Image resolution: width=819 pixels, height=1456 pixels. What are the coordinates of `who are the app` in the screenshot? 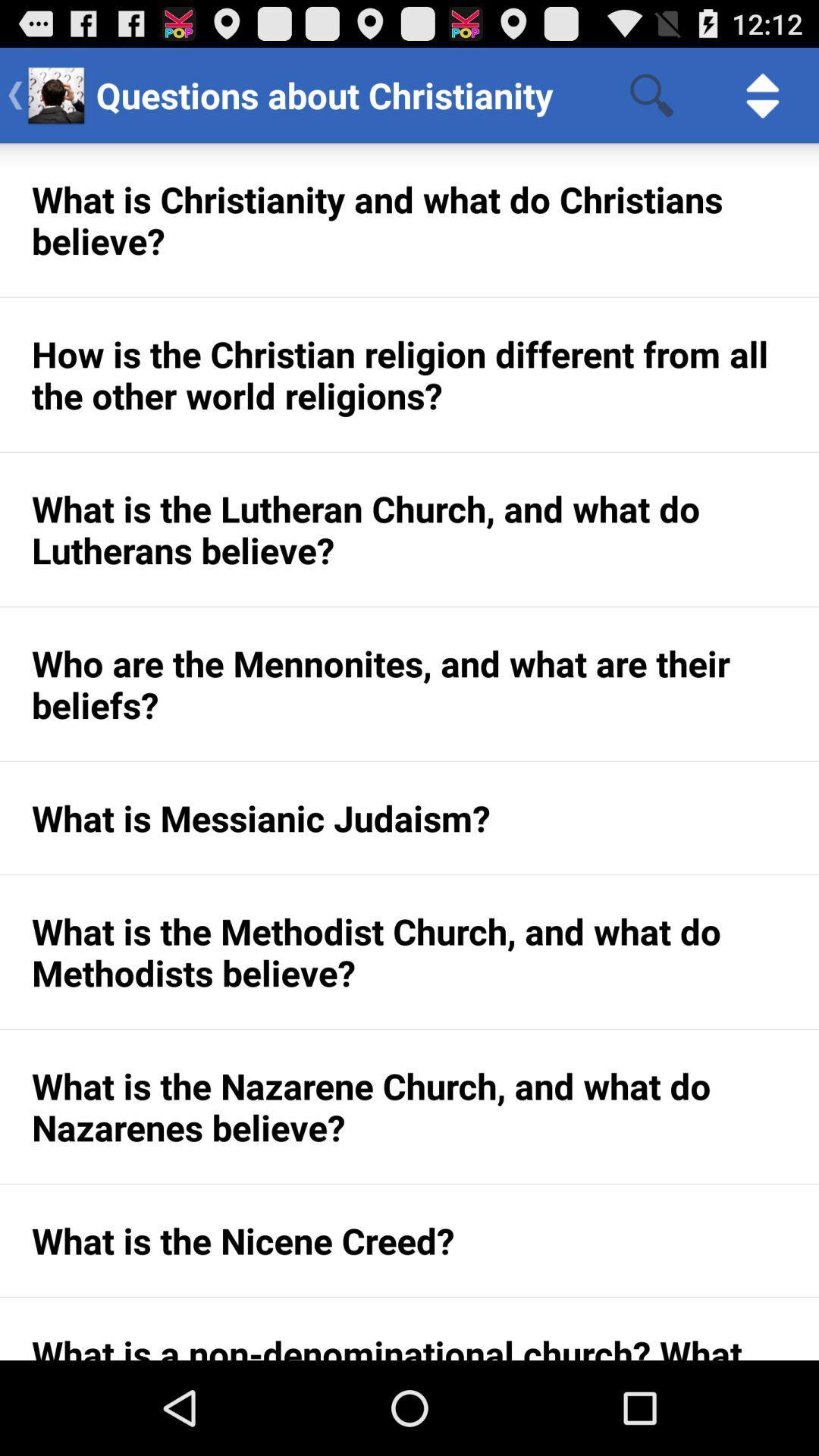 It's located at (409, 683).